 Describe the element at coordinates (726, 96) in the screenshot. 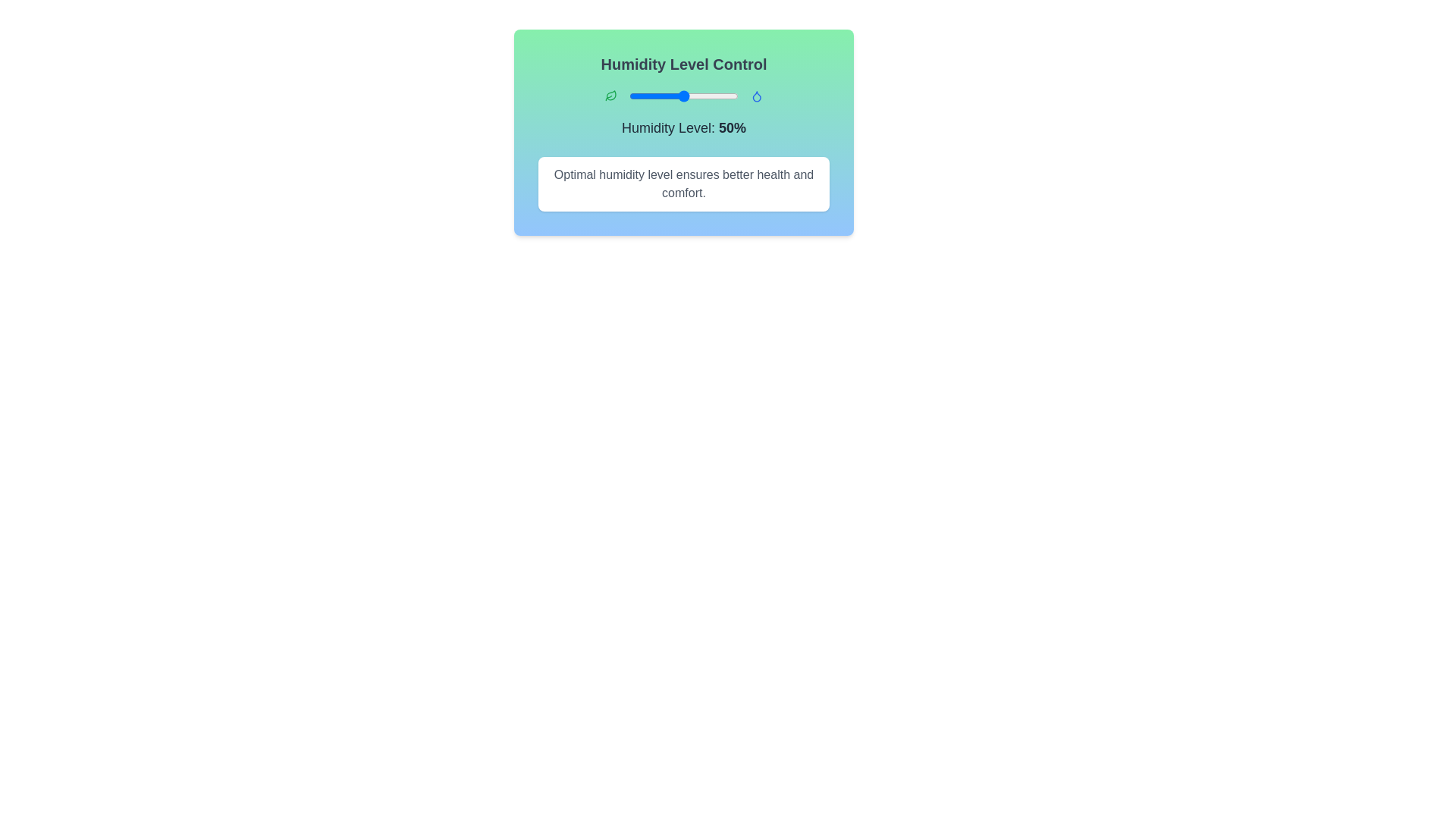

I see `the humidity slider to set the level to 90%` at that location.